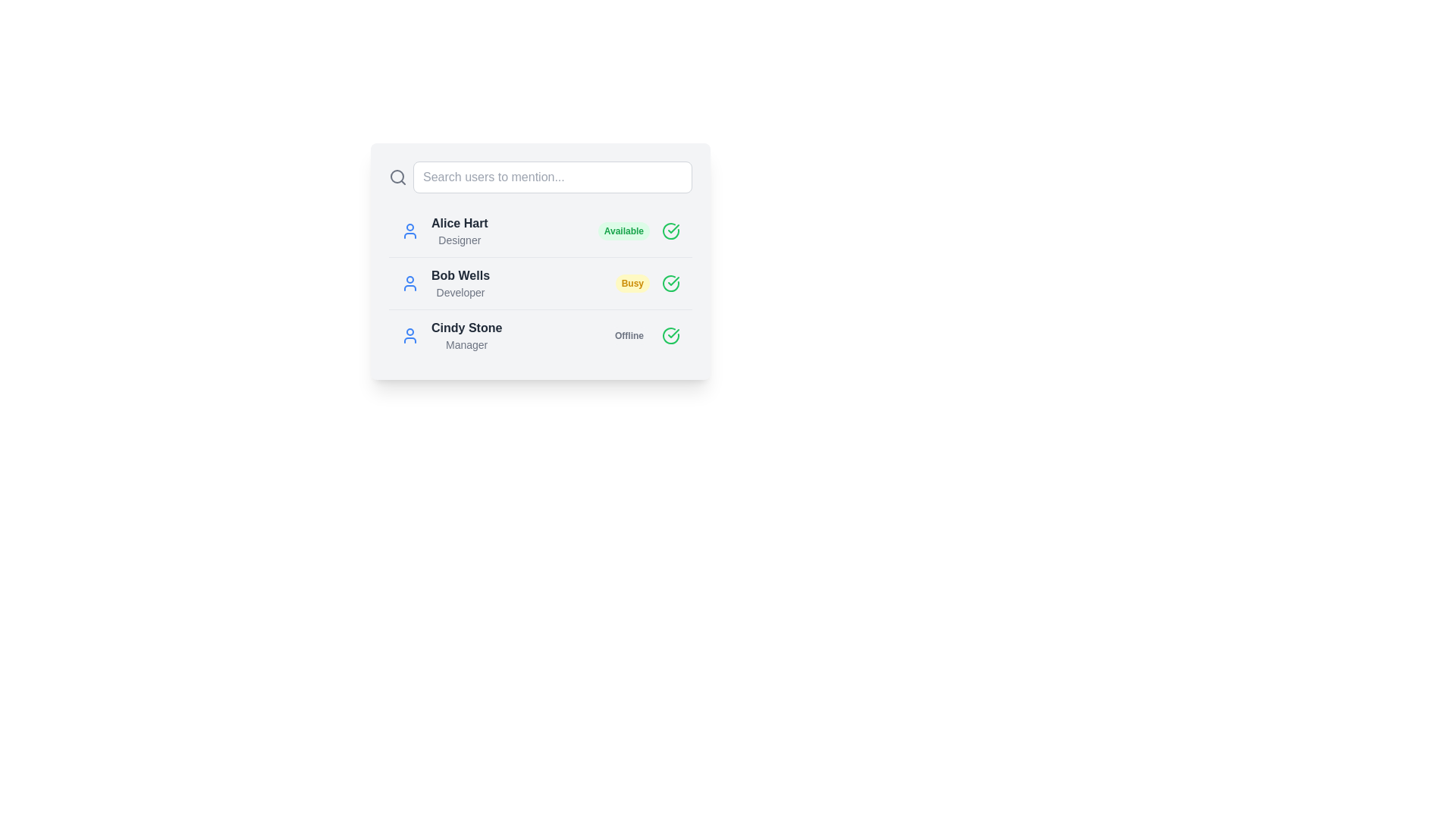  What do you see at coordinates (623, 231) in the screenshot?
I see `the status indicator label located on the right-hand side of the first row, beside 'Alice Hart Designer', which indicates user availability` at bounding box center [623, 231].